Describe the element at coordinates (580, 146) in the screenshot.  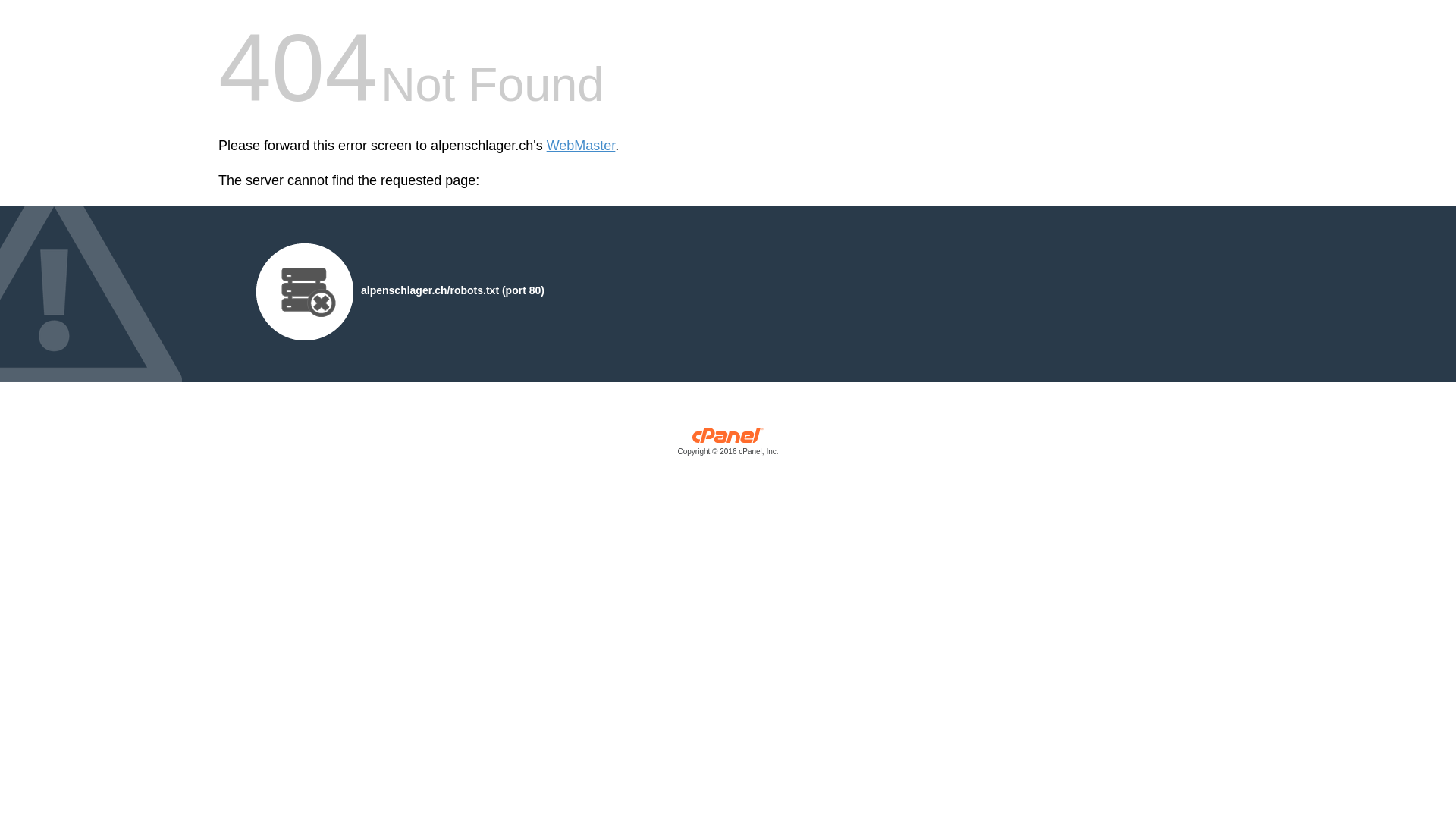
I see `'WebMaster'` at that location.